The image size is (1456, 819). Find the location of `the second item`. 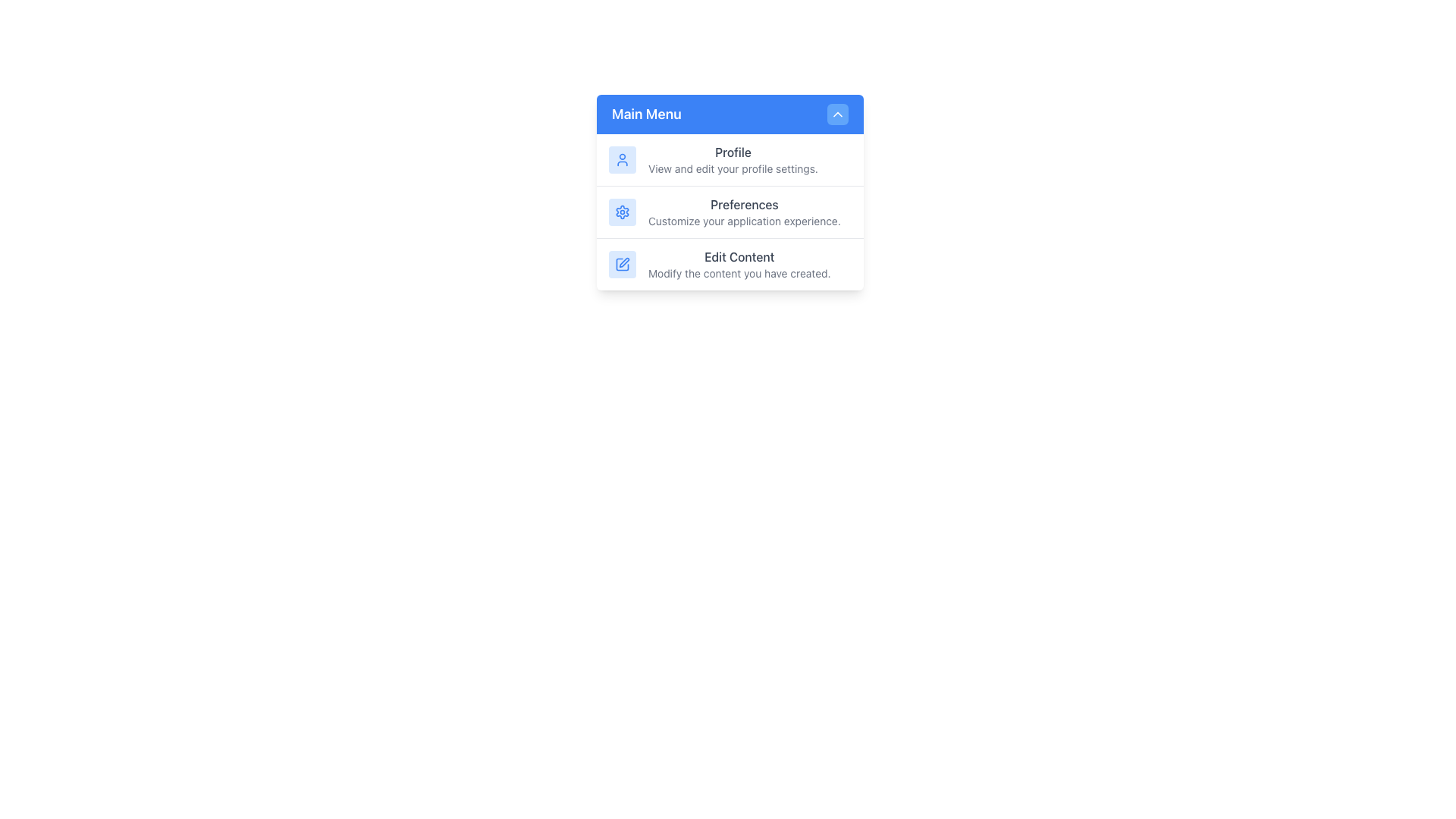

the second item is located at coordinates (730, 212).